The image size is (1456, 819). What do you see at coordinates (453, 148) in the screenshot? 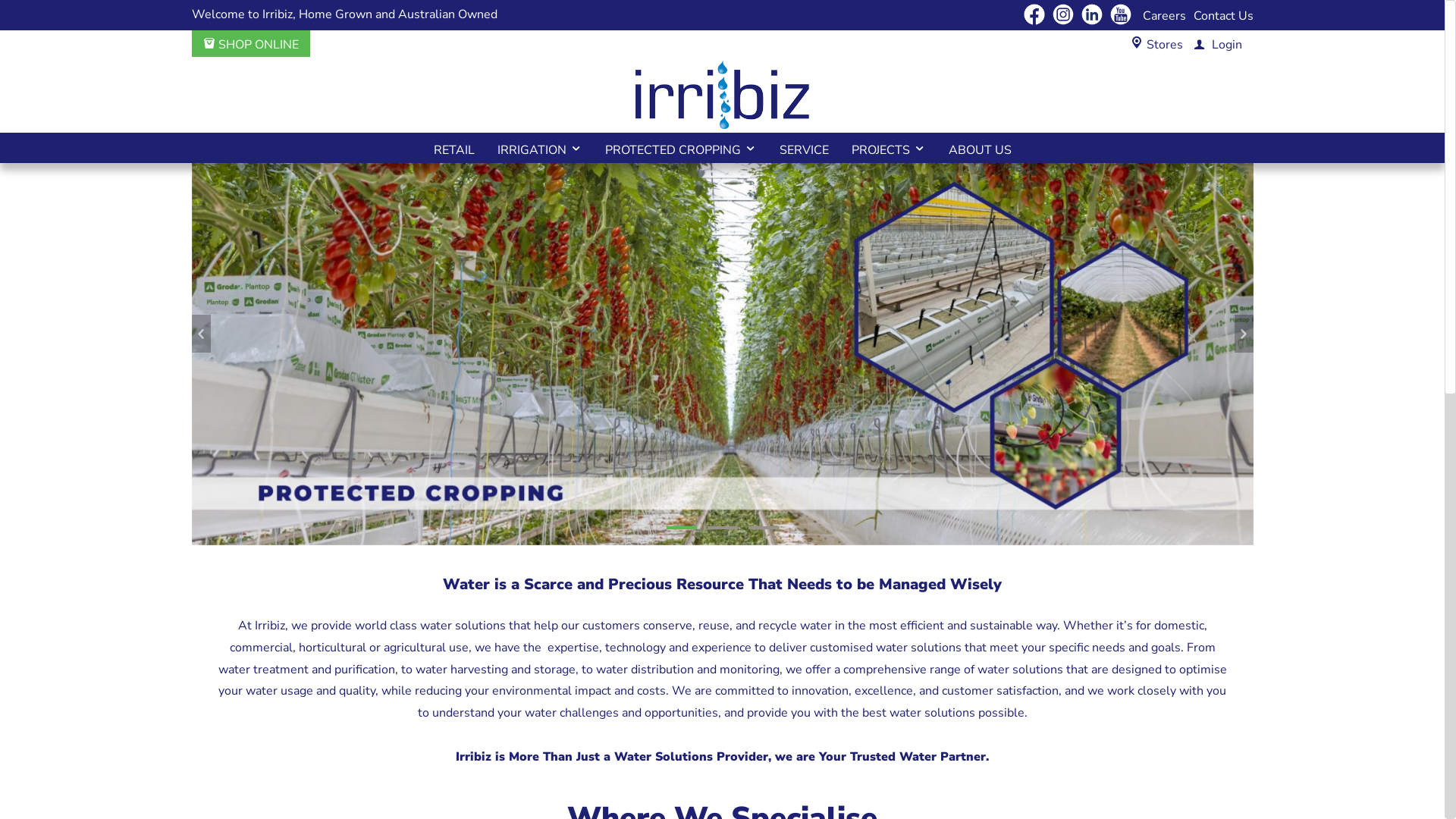
I see `'RETAIL'` at bounding box center [453, 148].